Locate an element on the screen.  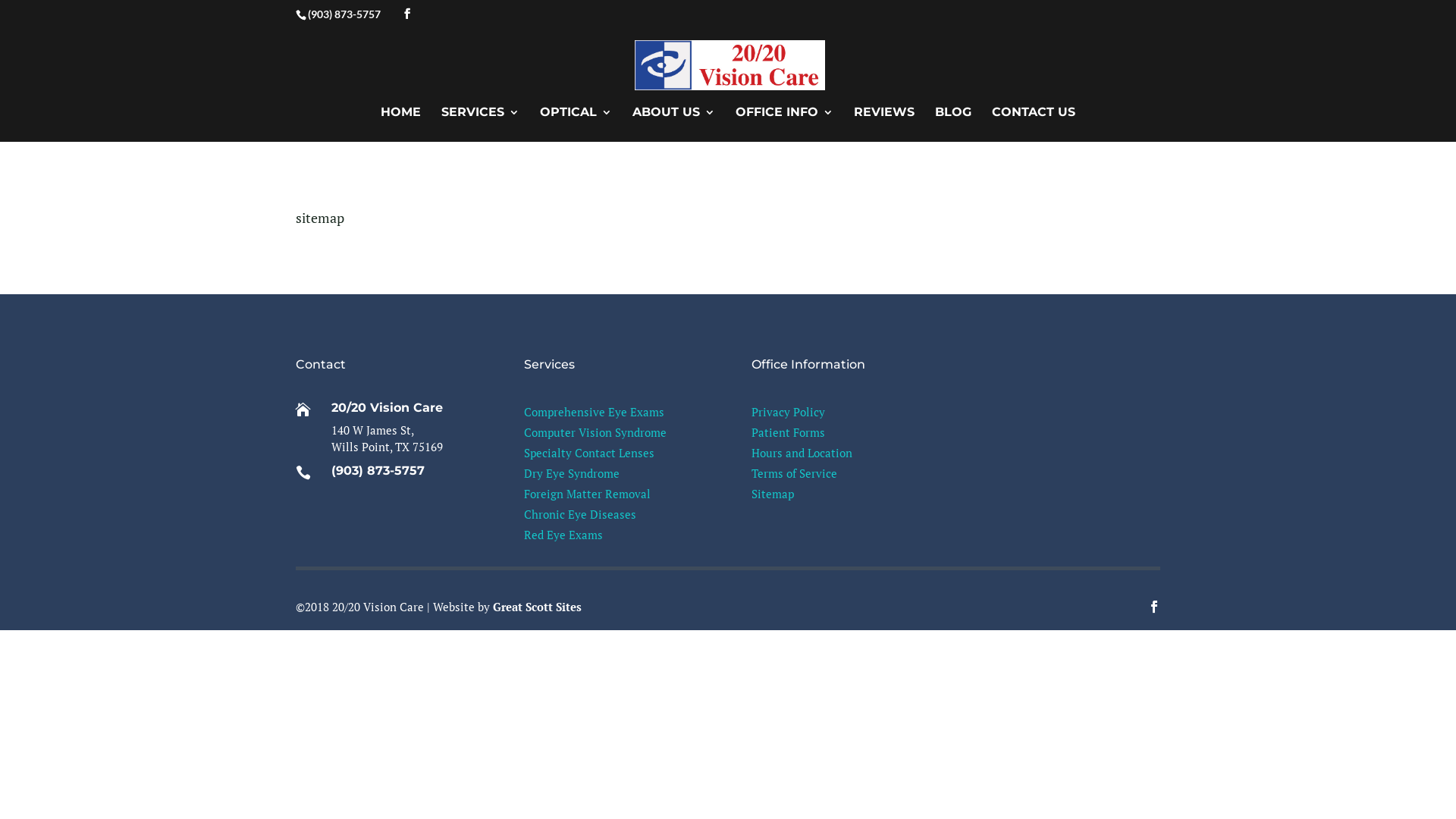
'ABOUT US' is located at coordinates (673, 124).